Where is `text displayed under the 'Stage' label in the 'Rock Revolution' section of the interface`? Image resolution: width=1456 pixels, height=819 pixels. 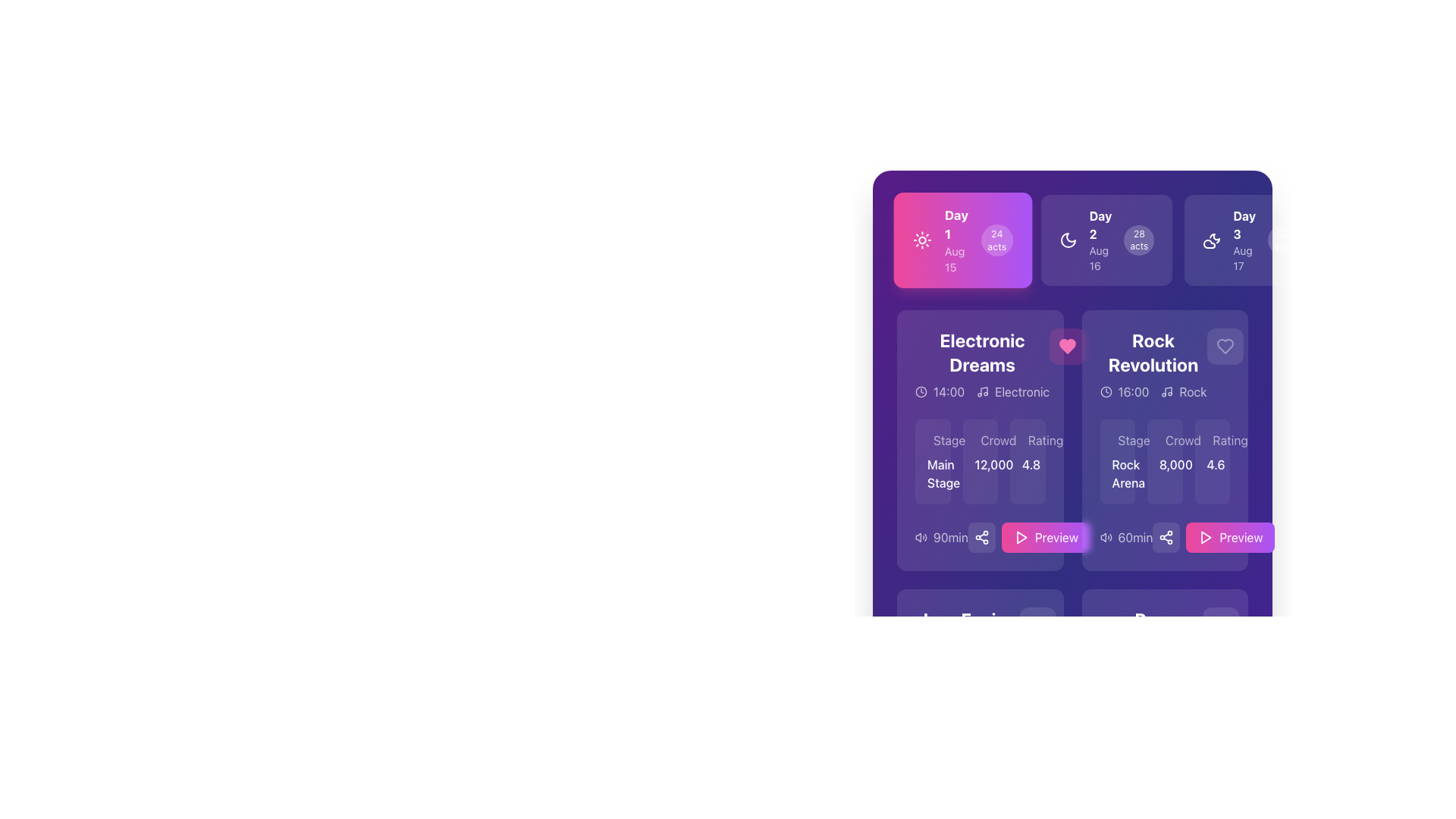
text displayed under the 'Stage' label in the 'Rock Revolution' section of the interface is located at coordinates (1117, 461).